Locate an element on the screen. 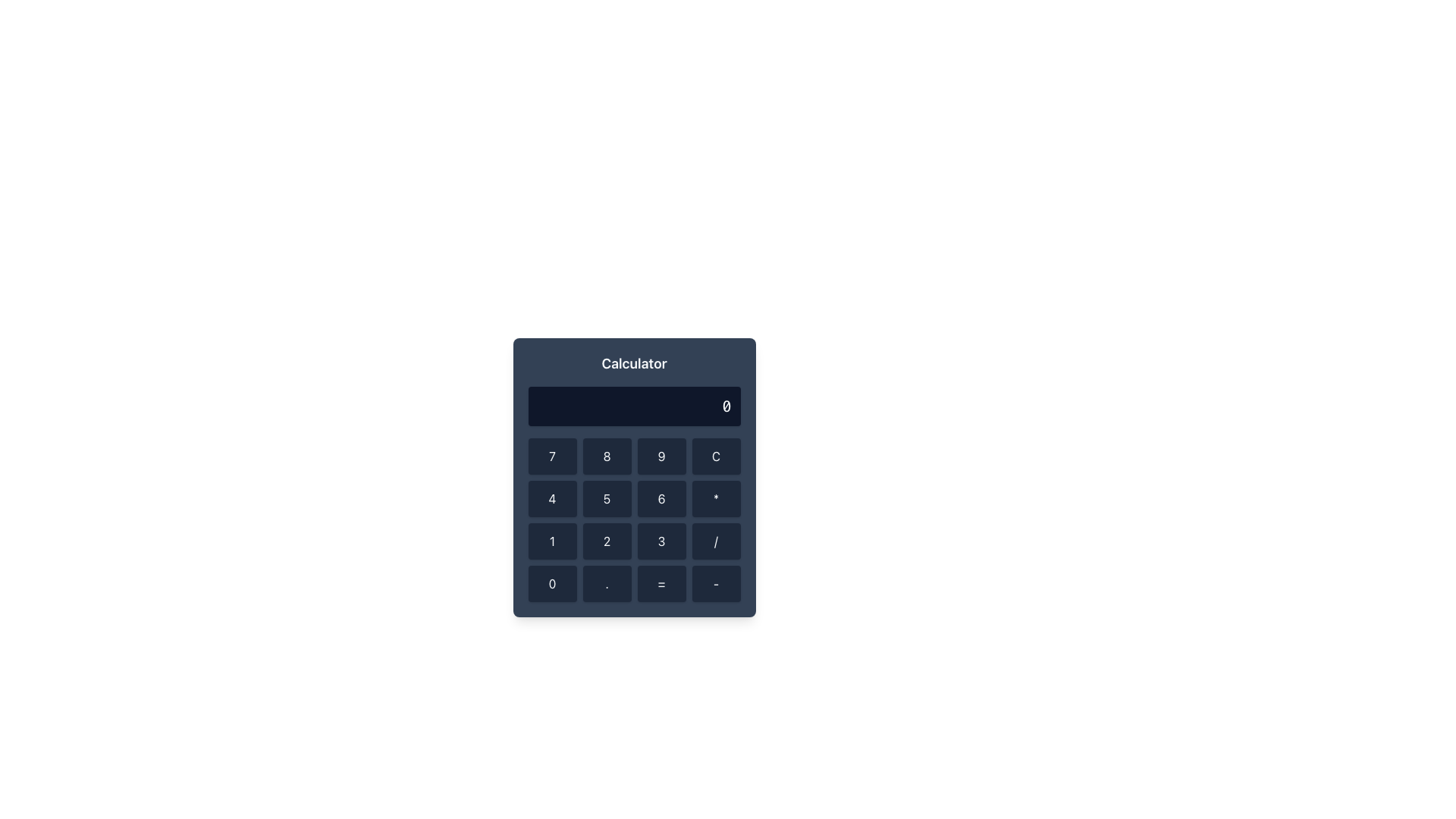 The width and height of the screenshot is (1456, 819). the multiplication button in the calculator keypad, positioned in the second row and fourth column, to input the '*' operator is located at coordinates (715, 499).